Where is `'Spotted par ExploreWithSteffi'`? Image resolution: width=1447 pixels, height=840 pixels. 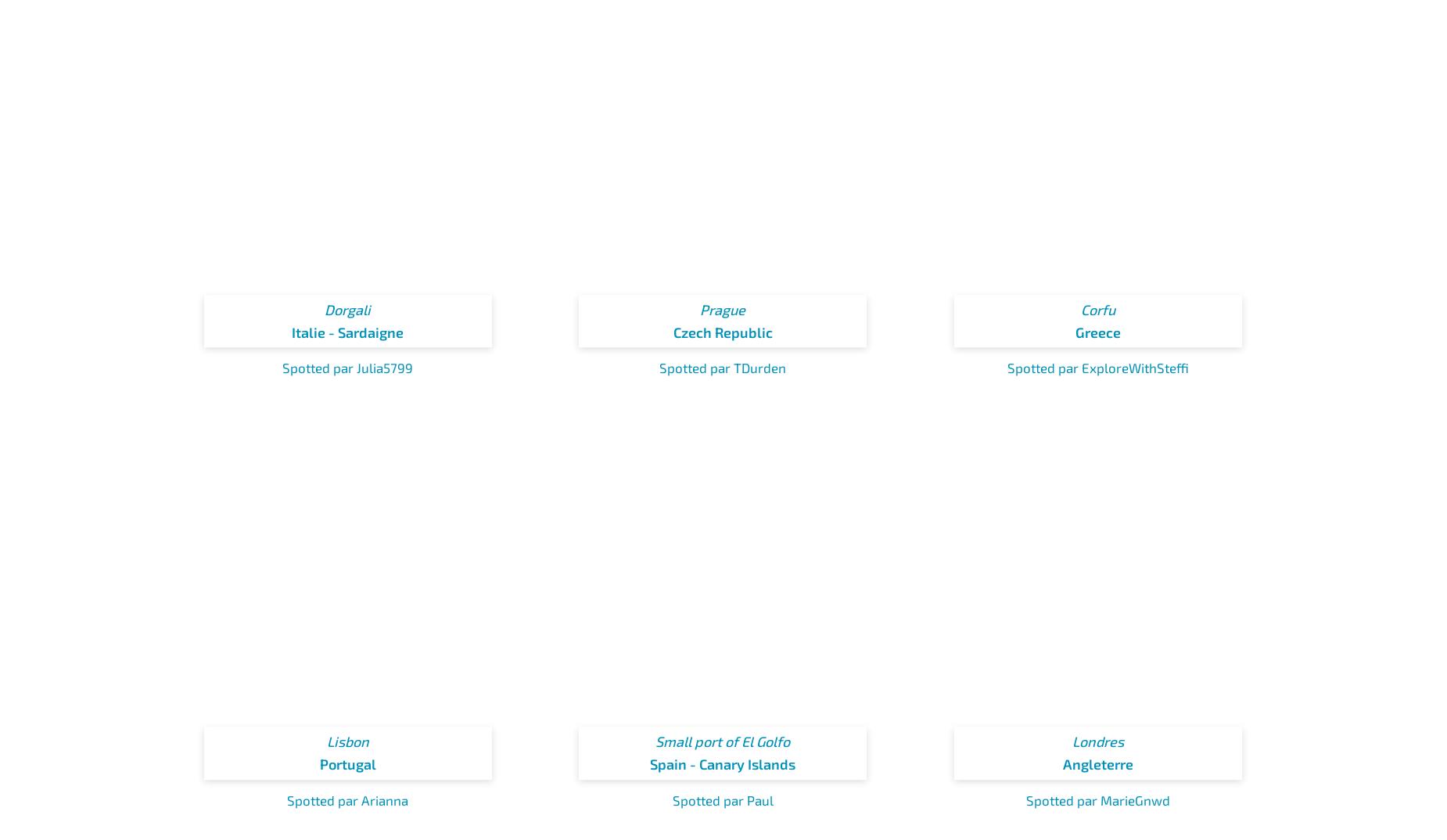
'Spotted par ExploreWithSteffi' is located at coordinates (1097, 366).